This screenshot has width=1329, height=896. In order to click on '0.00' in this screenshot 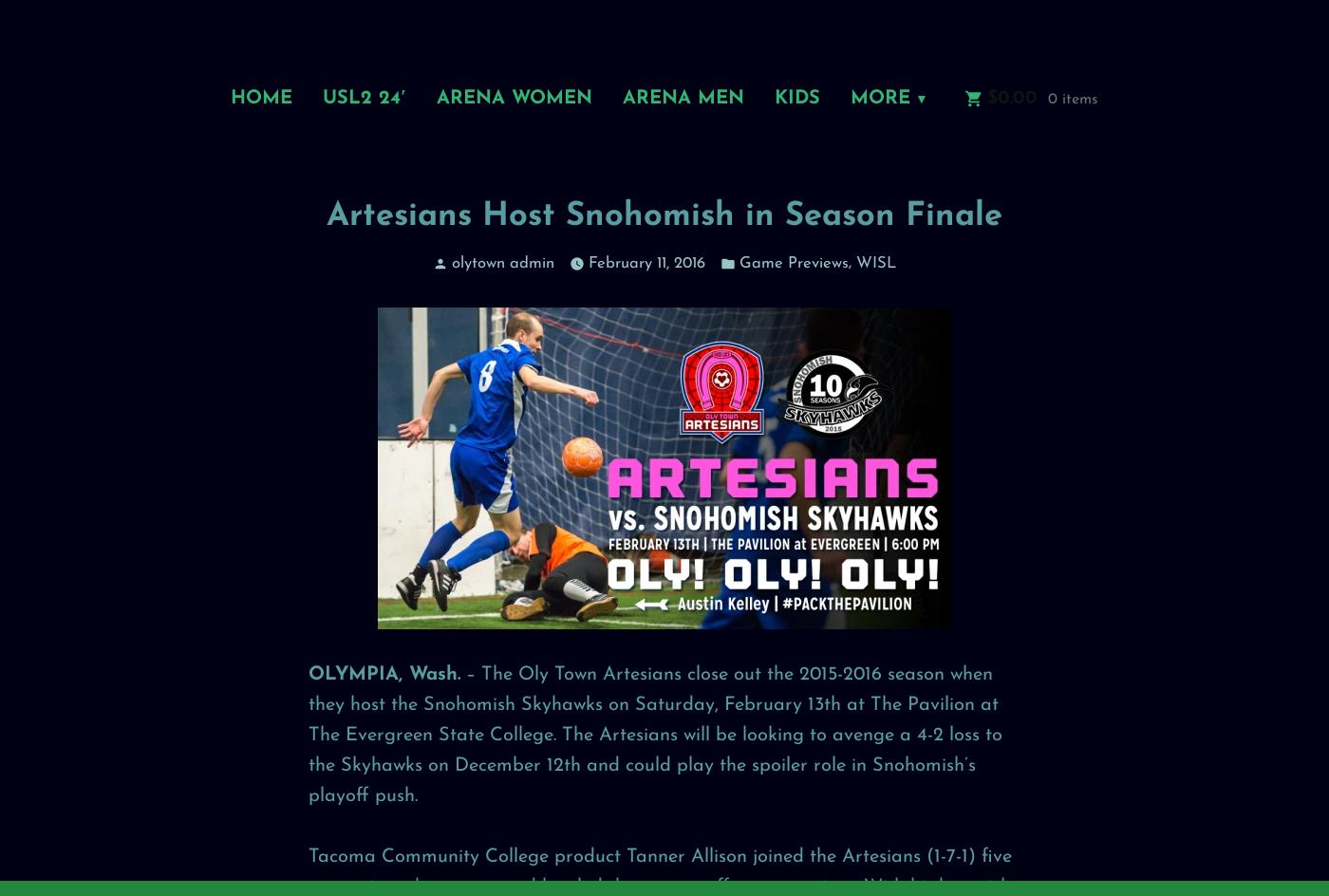, I will do `click(1017, 96)`.